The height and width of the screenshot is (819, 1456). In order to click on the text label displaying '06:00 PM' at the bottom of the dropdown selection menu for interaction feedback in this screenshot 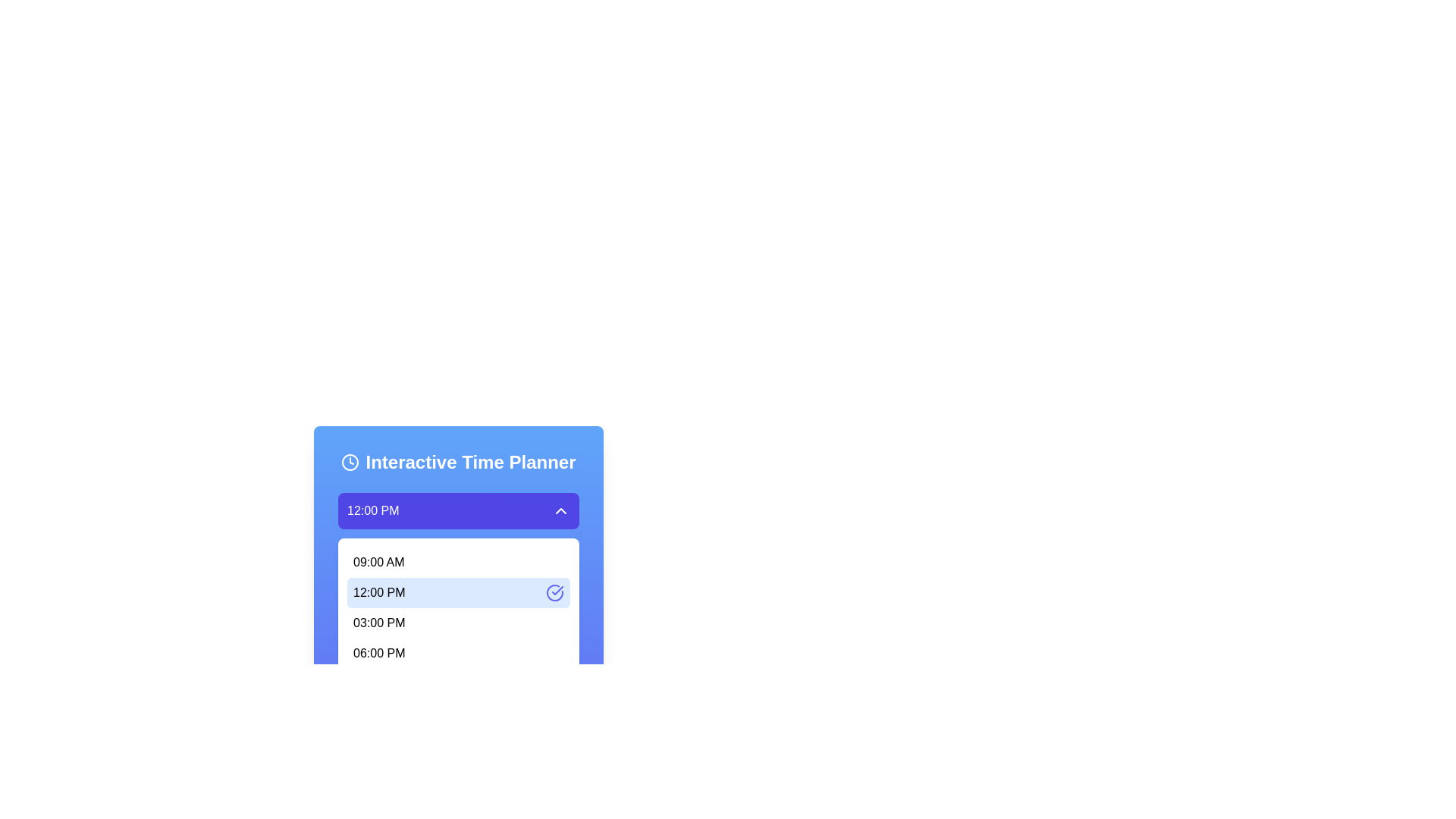, I will do `click(379, 652)`.